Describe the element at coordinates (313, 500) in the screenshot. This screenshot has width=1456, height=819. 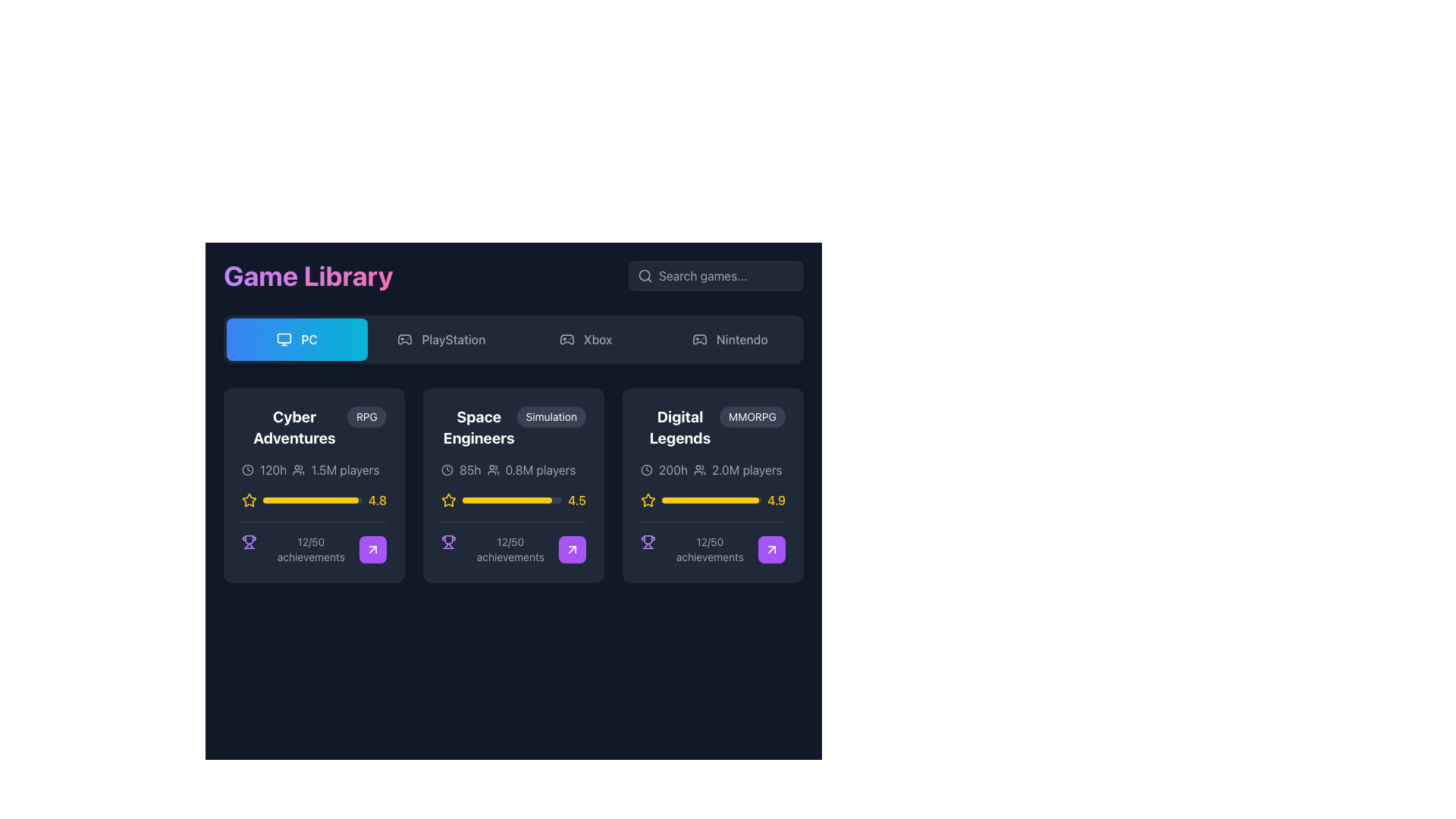
I see `the star icon of the Rating display located in the 'Cyber Adventures' card in the 'Game Library' interface, which shows a high rating of '4.8'` at that location.